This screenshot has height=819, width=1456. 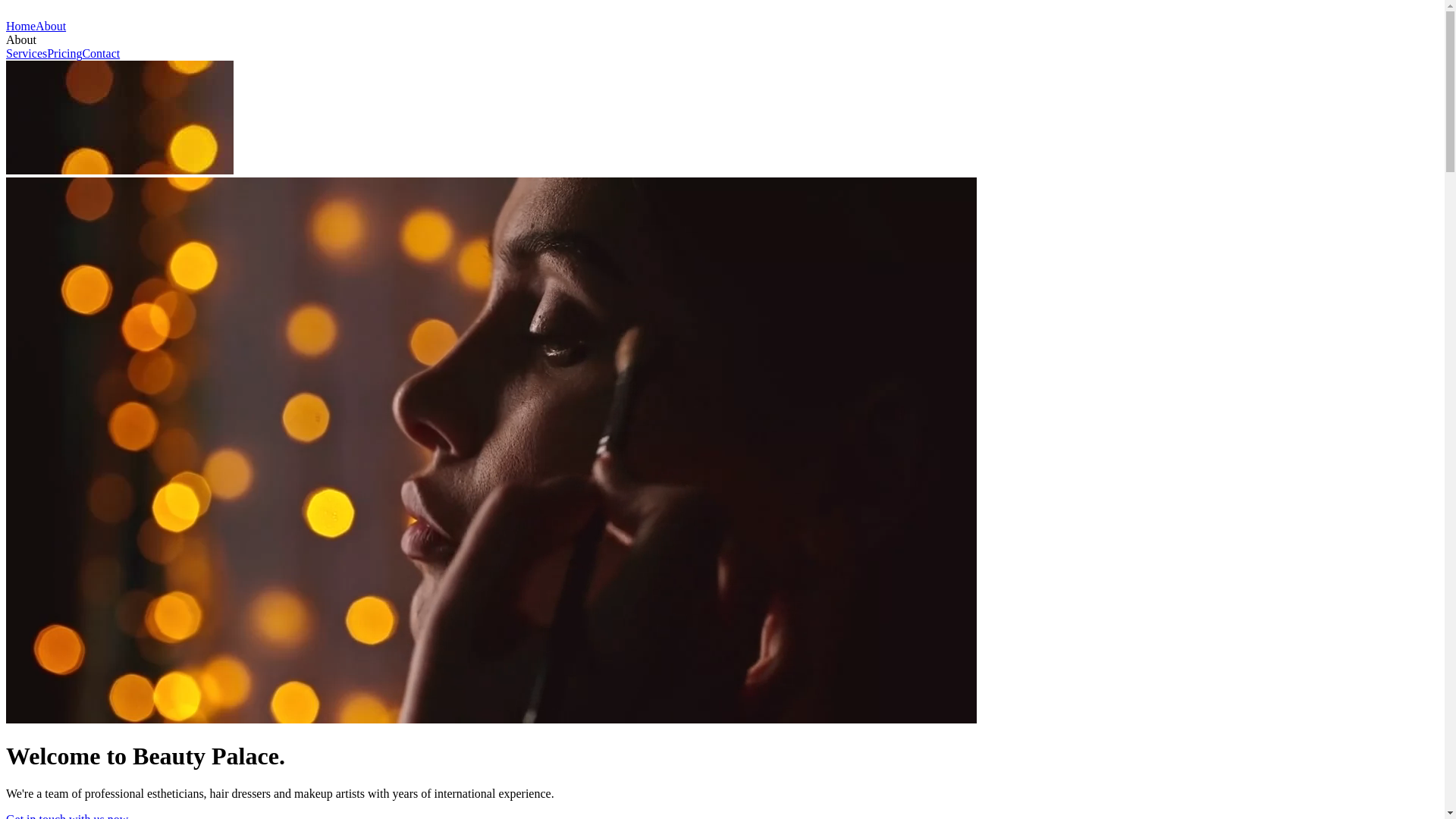 What do you see at coordinates (100, 52) in the screenshot?
I see `'Contact'` at bounding box center [100, 52].